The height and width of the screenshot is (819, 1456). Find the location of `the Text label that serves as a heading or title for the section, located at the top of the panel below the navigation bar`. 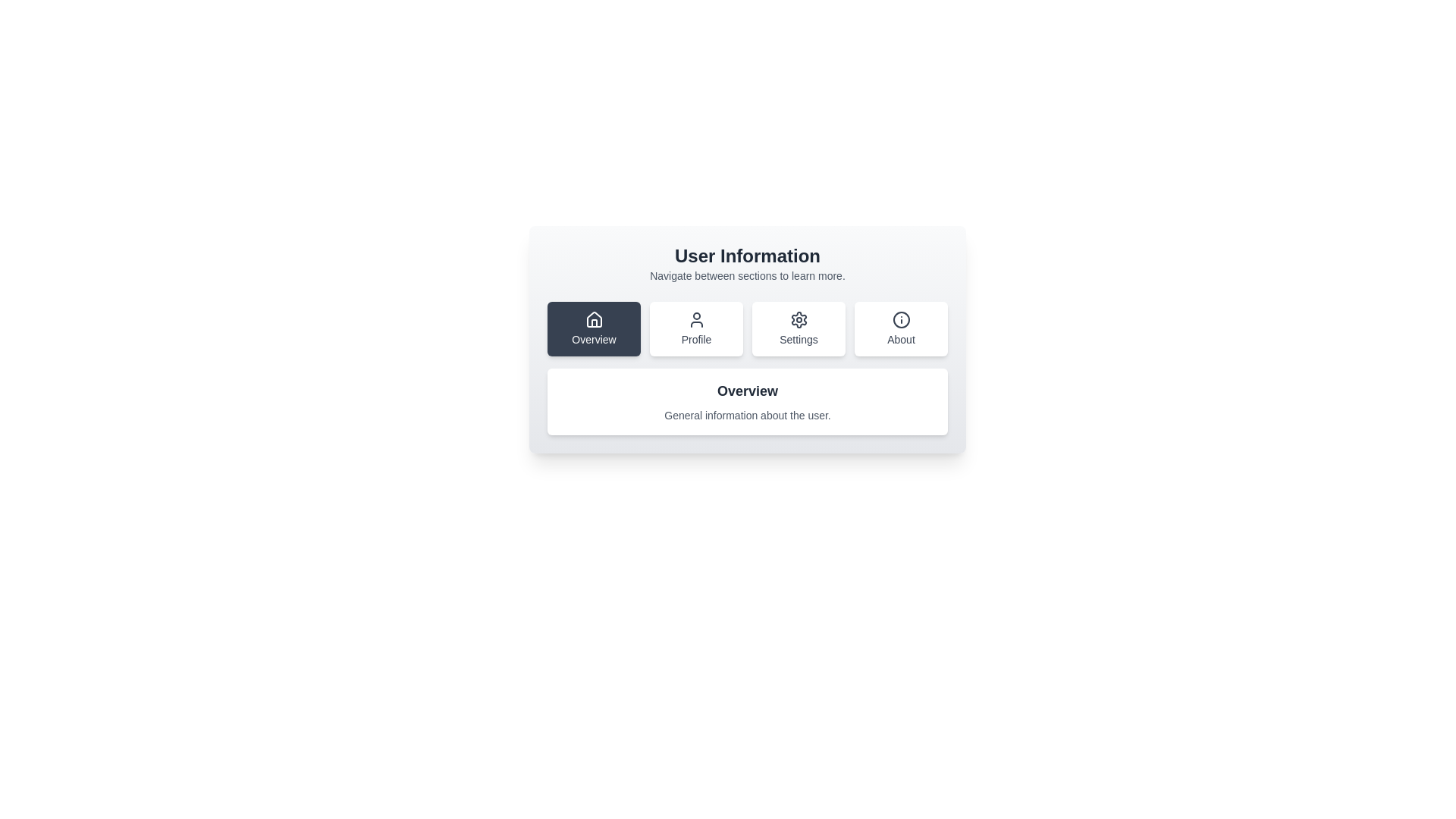

the Text label that serves as a heading or title for the section, located at the top of the panel below the navigation bar is located at coordinates (747, 391).